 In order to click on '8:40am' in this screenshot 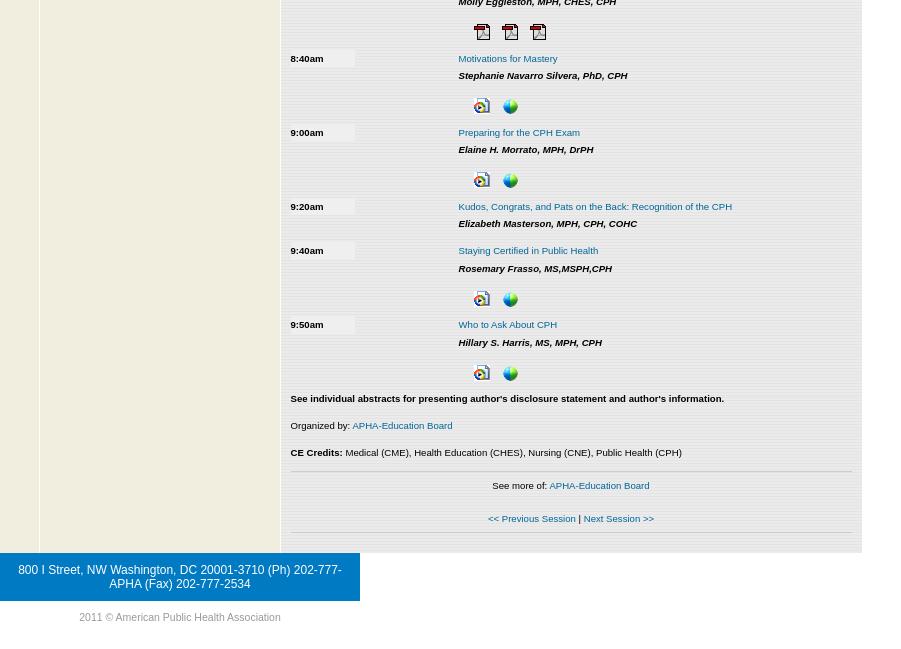, I will do `click(306, 56)`.